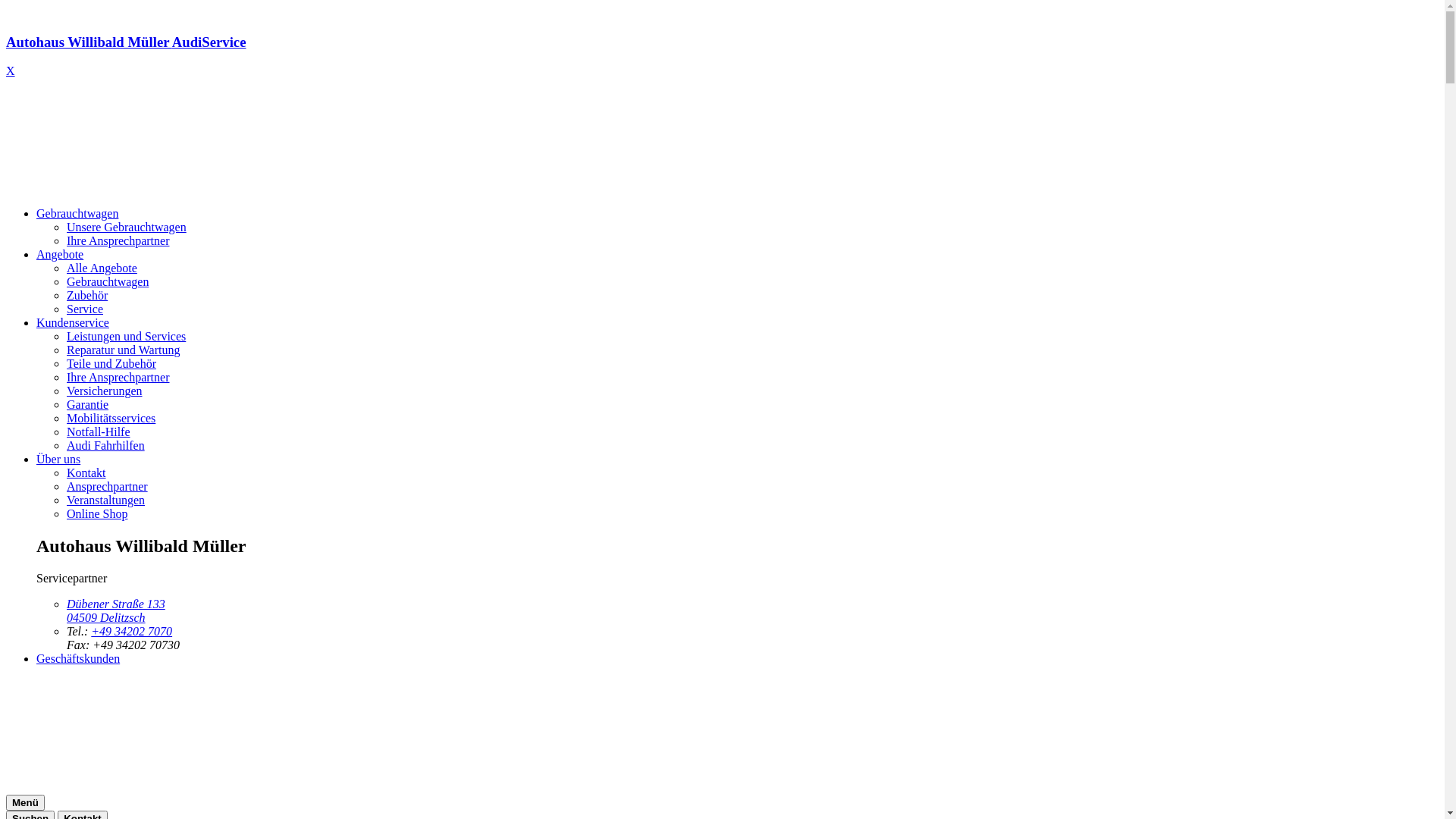 The width and height of the screenshot is (1456, 819). I want to click on 'Audi Fahrhilfen', so click(105, 444).